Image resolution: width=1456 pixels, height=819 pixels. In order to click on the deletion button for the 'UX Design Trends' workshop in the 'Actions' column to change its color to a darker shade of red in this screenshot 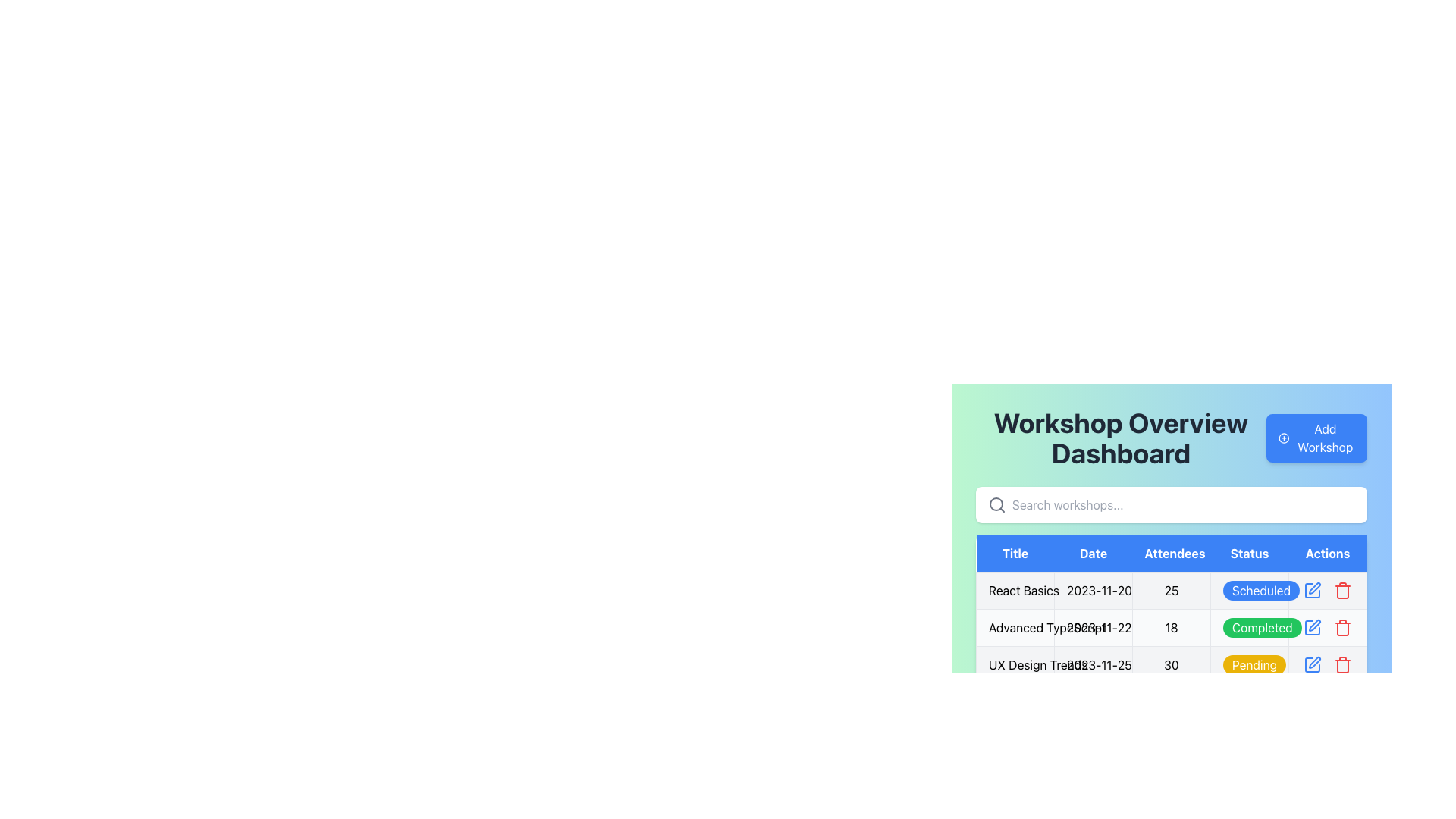, I will do `click(1343, 664)`.